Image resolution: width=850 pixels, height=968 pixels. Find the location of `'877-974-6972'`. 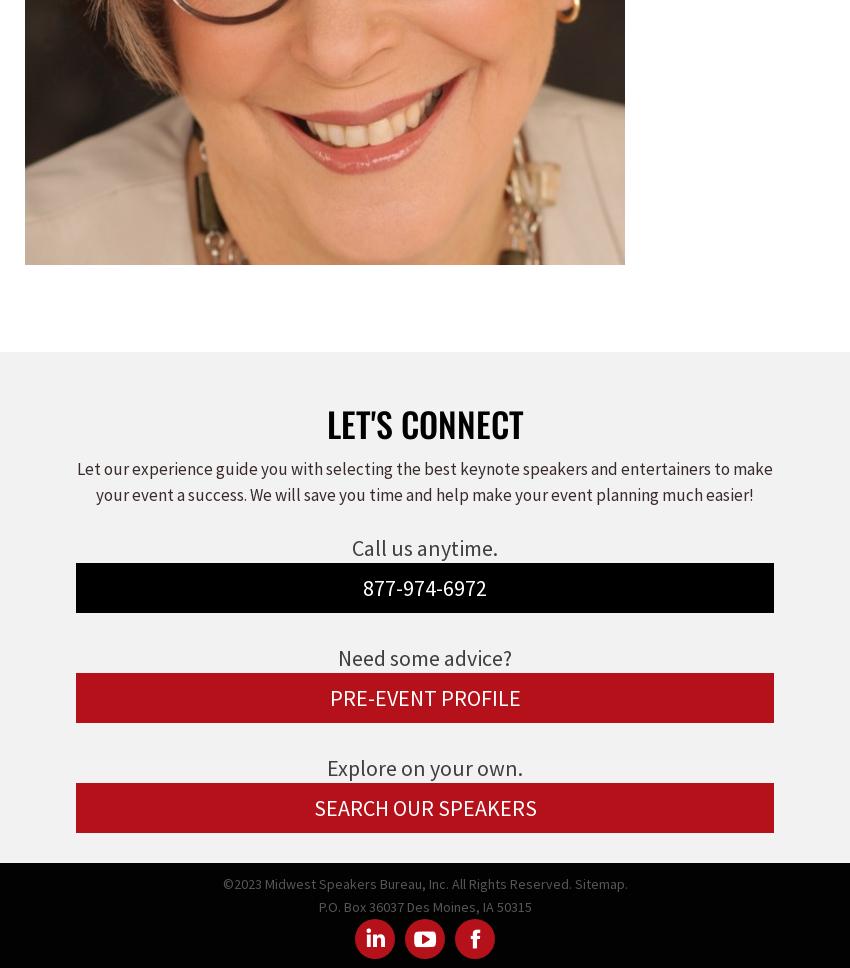

'877-974-6972' is located at coordinates (425, 587).